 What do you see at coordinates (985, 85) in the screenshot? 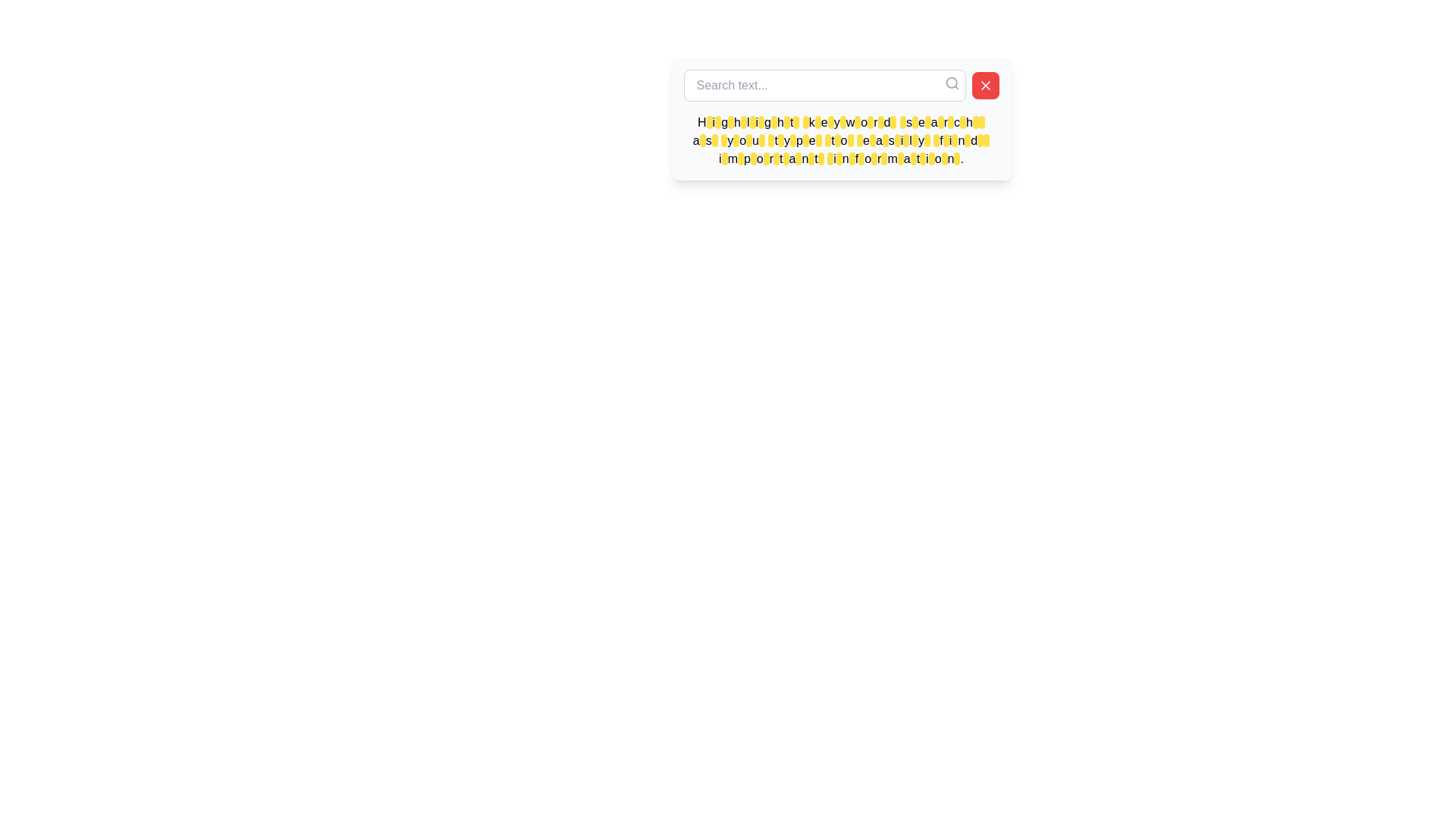
I see `the close icon resembling a bold 'X' with a red background to clear the input in the search bar` at bounding box center [985, 85].